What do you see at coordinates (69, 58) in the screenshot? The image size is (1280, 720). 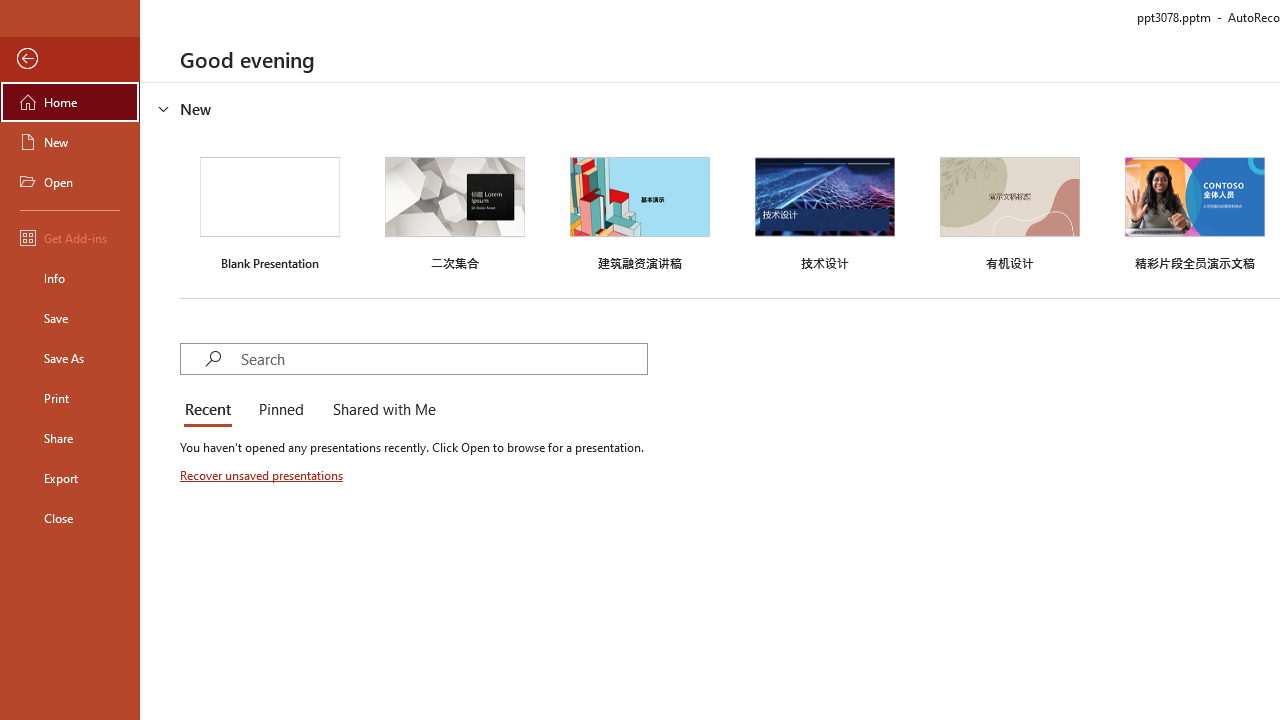 I see `'Back'` at bounding box center [69, 58].